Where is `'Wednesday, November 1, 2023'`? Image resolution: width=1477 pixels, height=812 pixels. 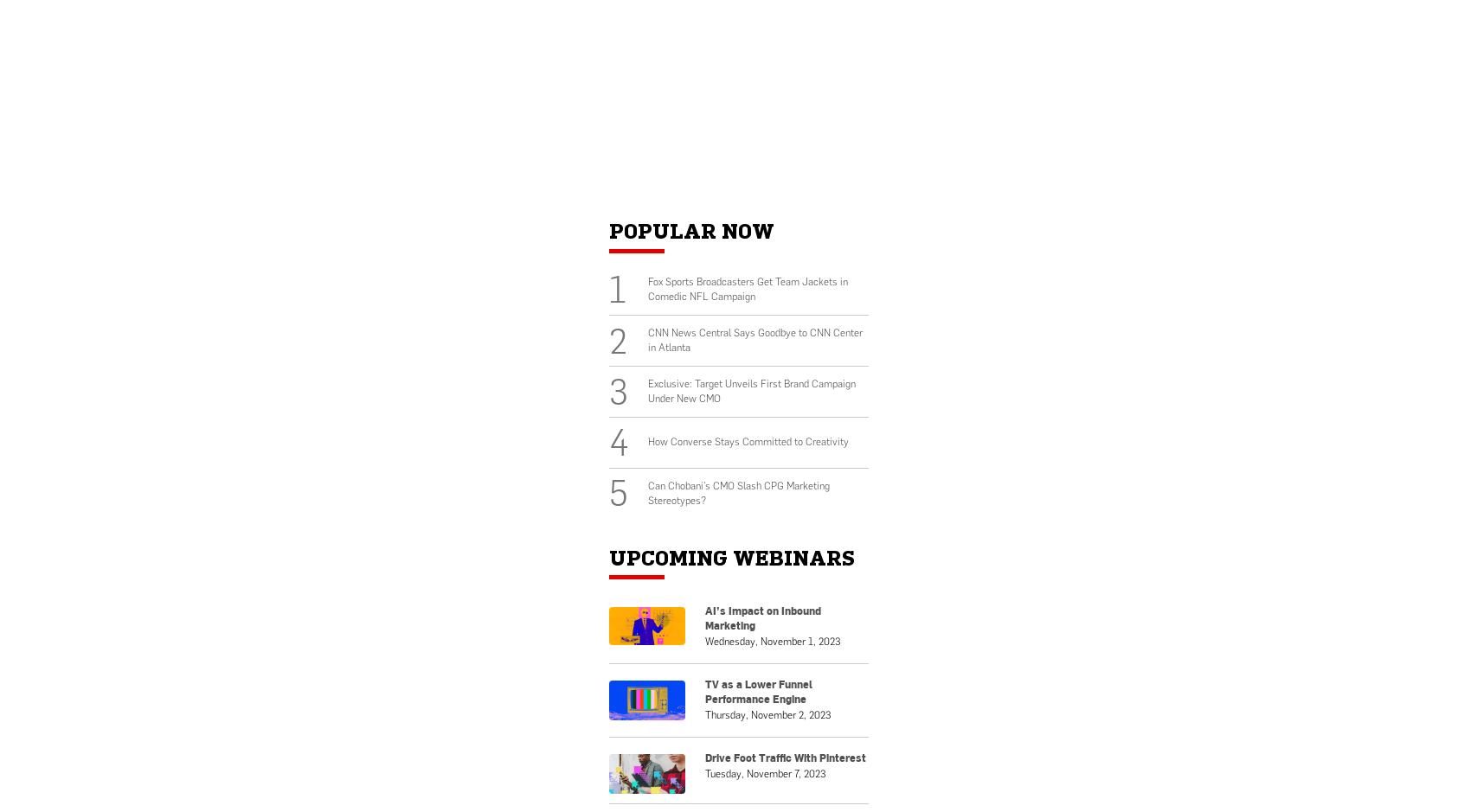 'Wednesday, November 1, 2023' is located at coordinates (771, 640).